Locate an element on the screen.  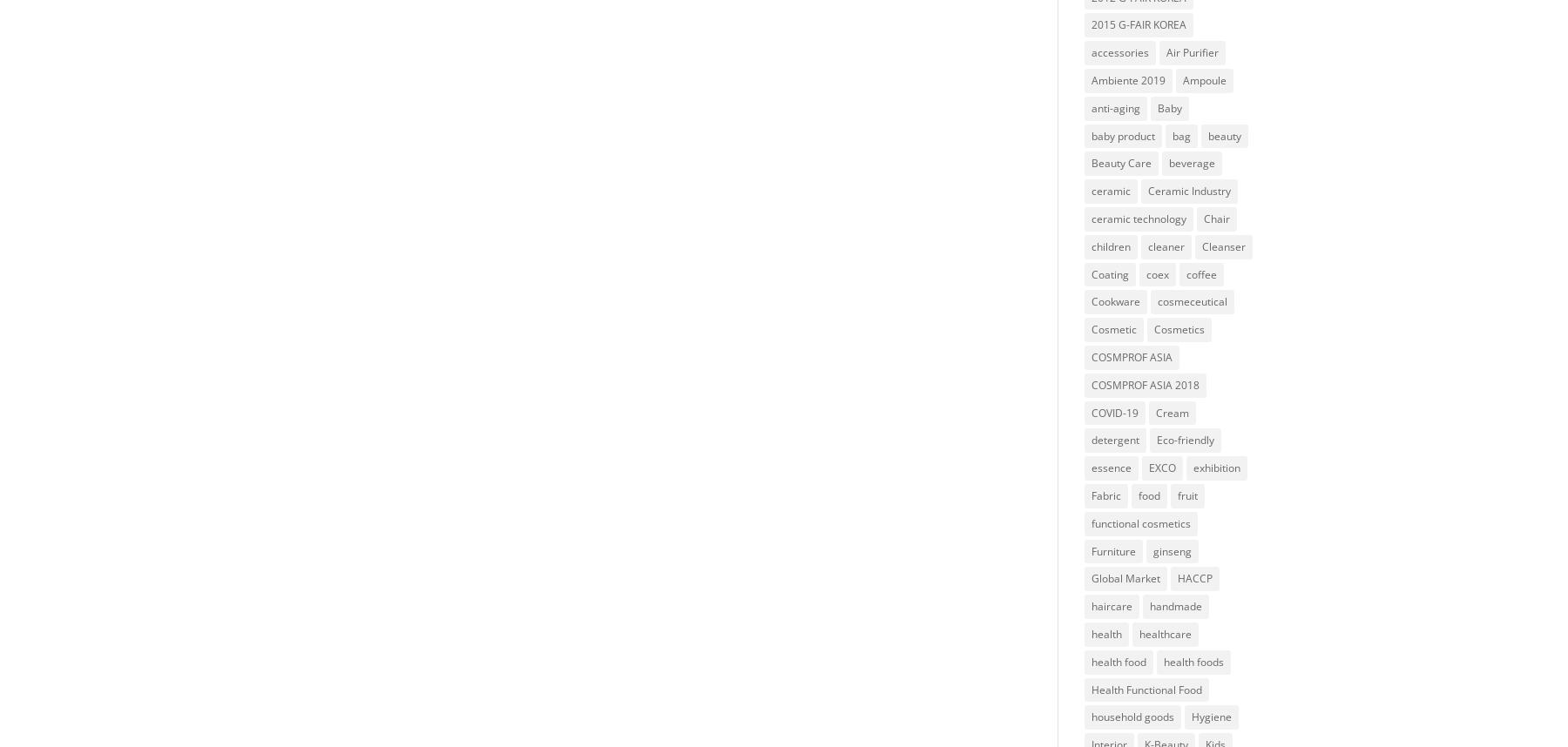
'Ambiente 2019' is located at coordinates (1127, 80).